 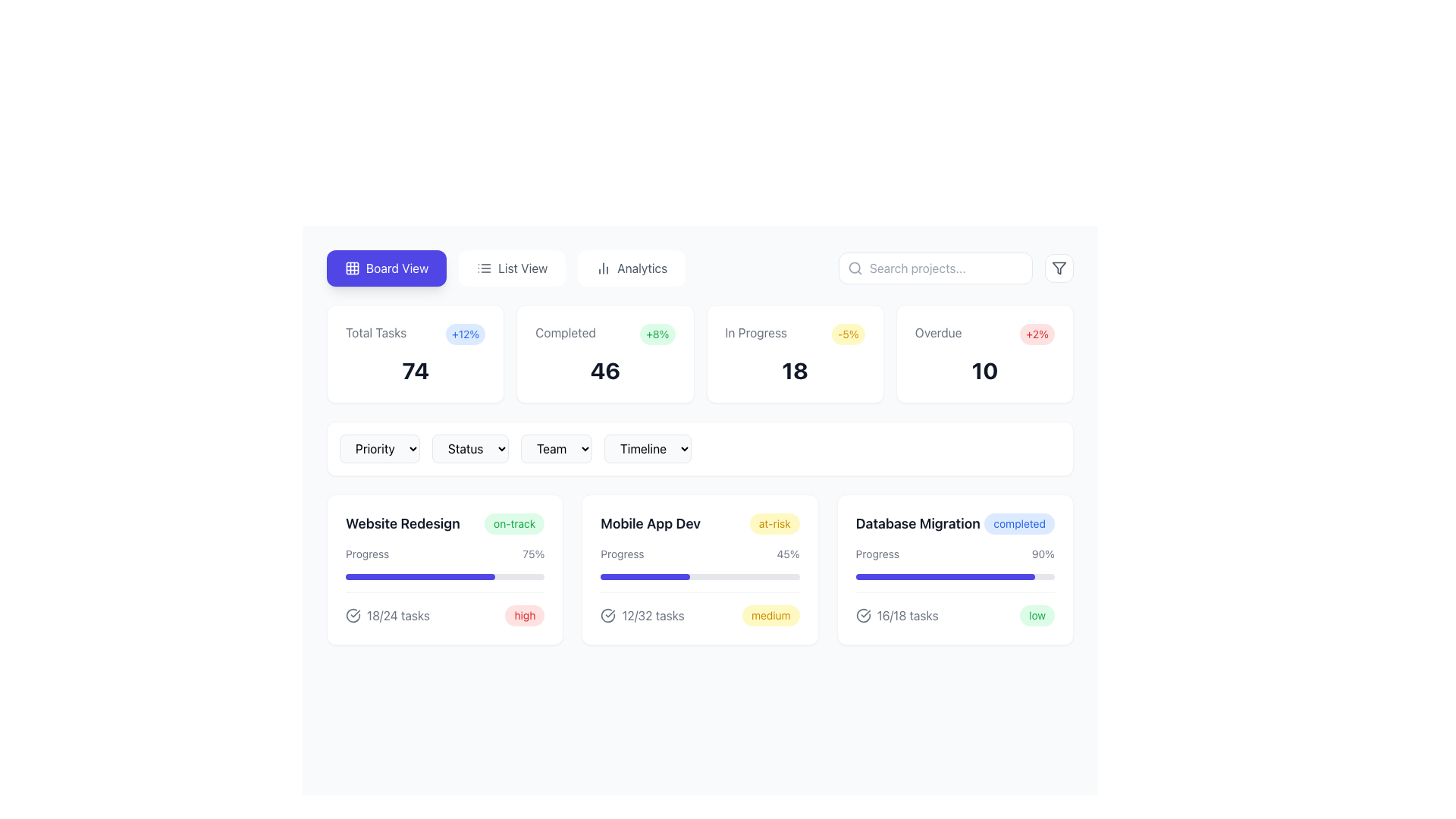 I want to click on progress indicated visually from the horizontal progress bar showing 90% completion in the 'Database Migration' section of the dashboard, so click(x=944, y=576).